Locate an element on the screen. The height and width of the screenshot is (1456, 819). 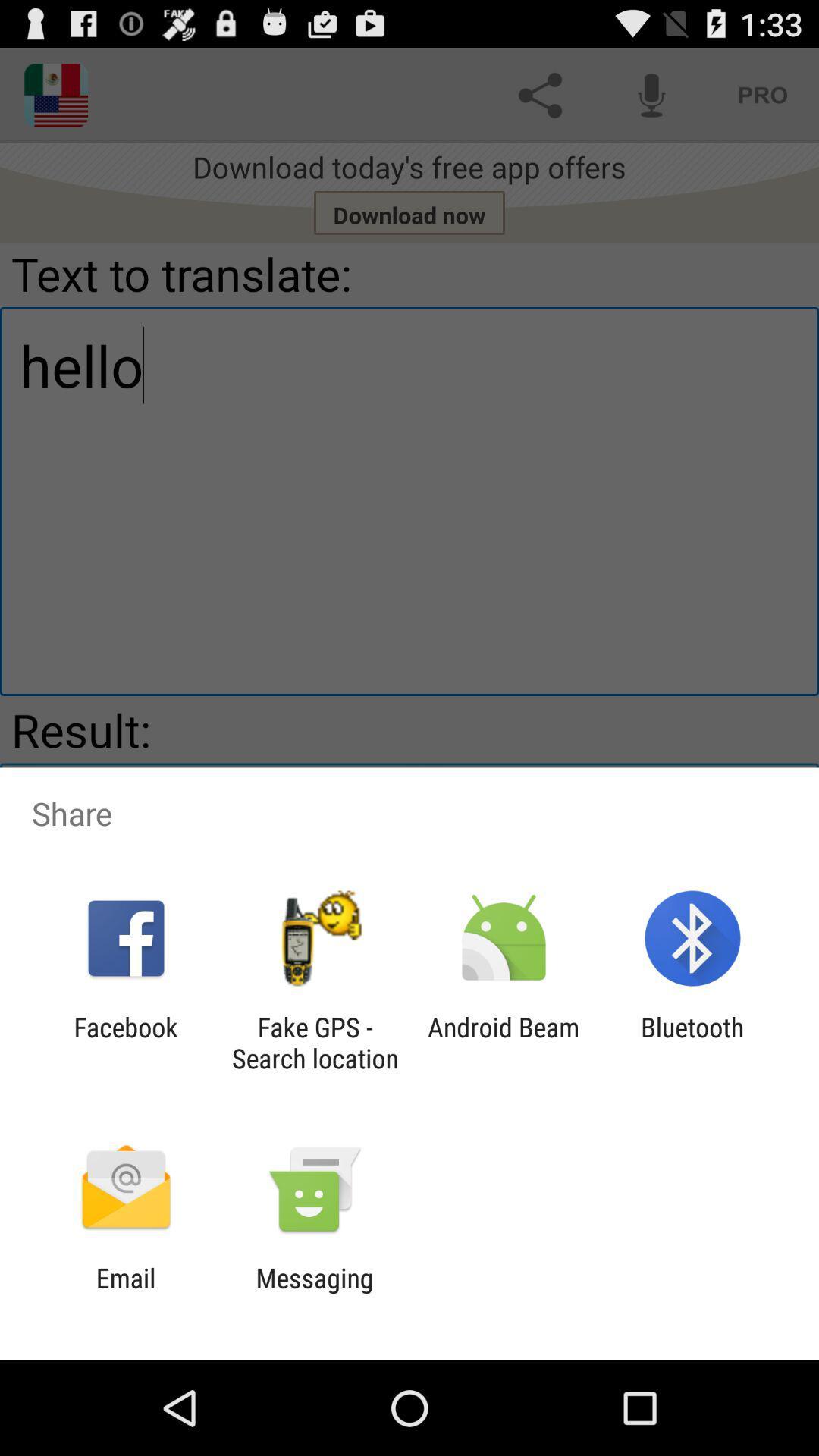
app to the right of the facebook item is located at coordinates (314, 1042).